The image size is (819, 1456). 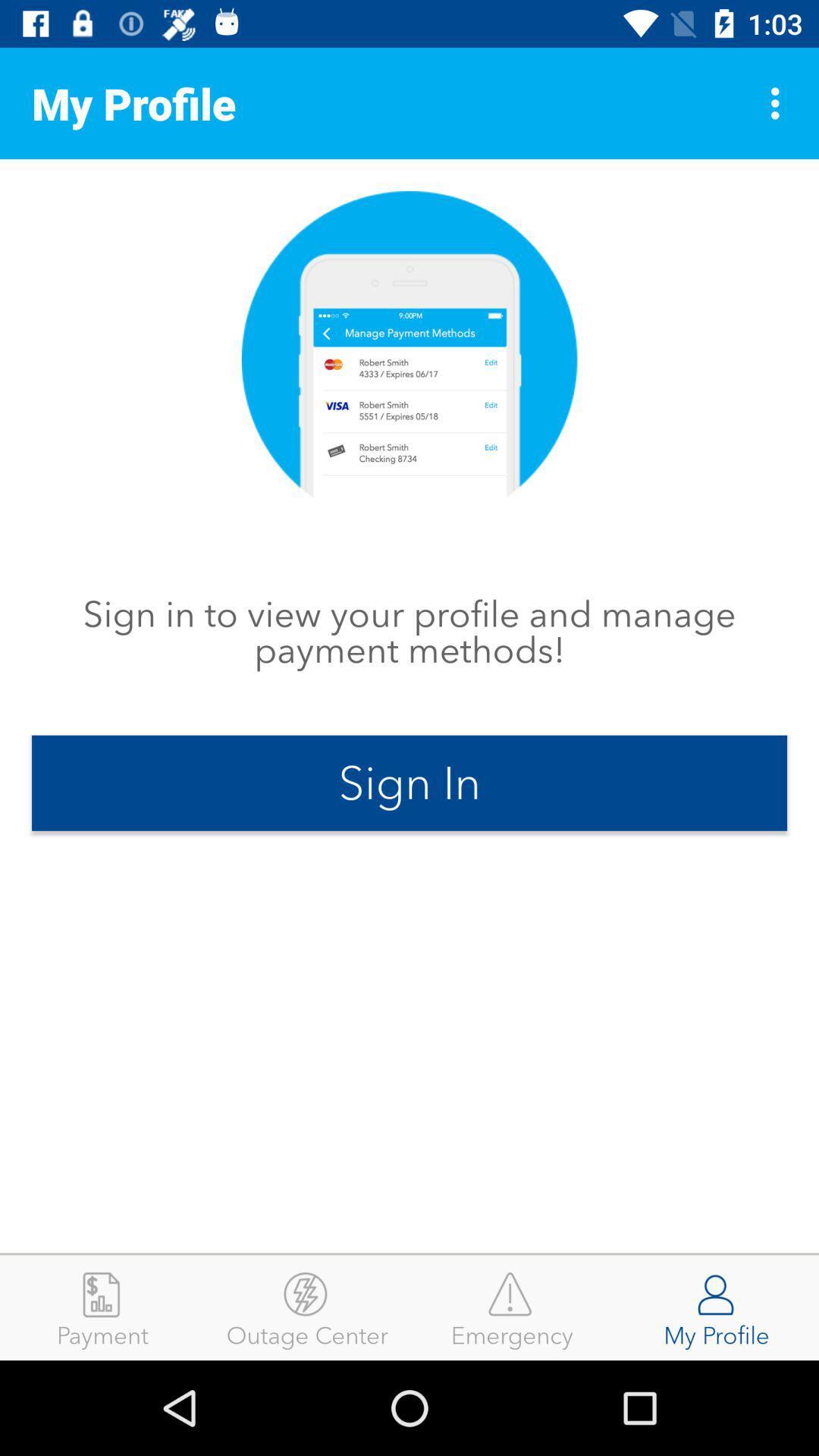 I want to click on item next to the my profile icon, so click(x=512, y=1307).